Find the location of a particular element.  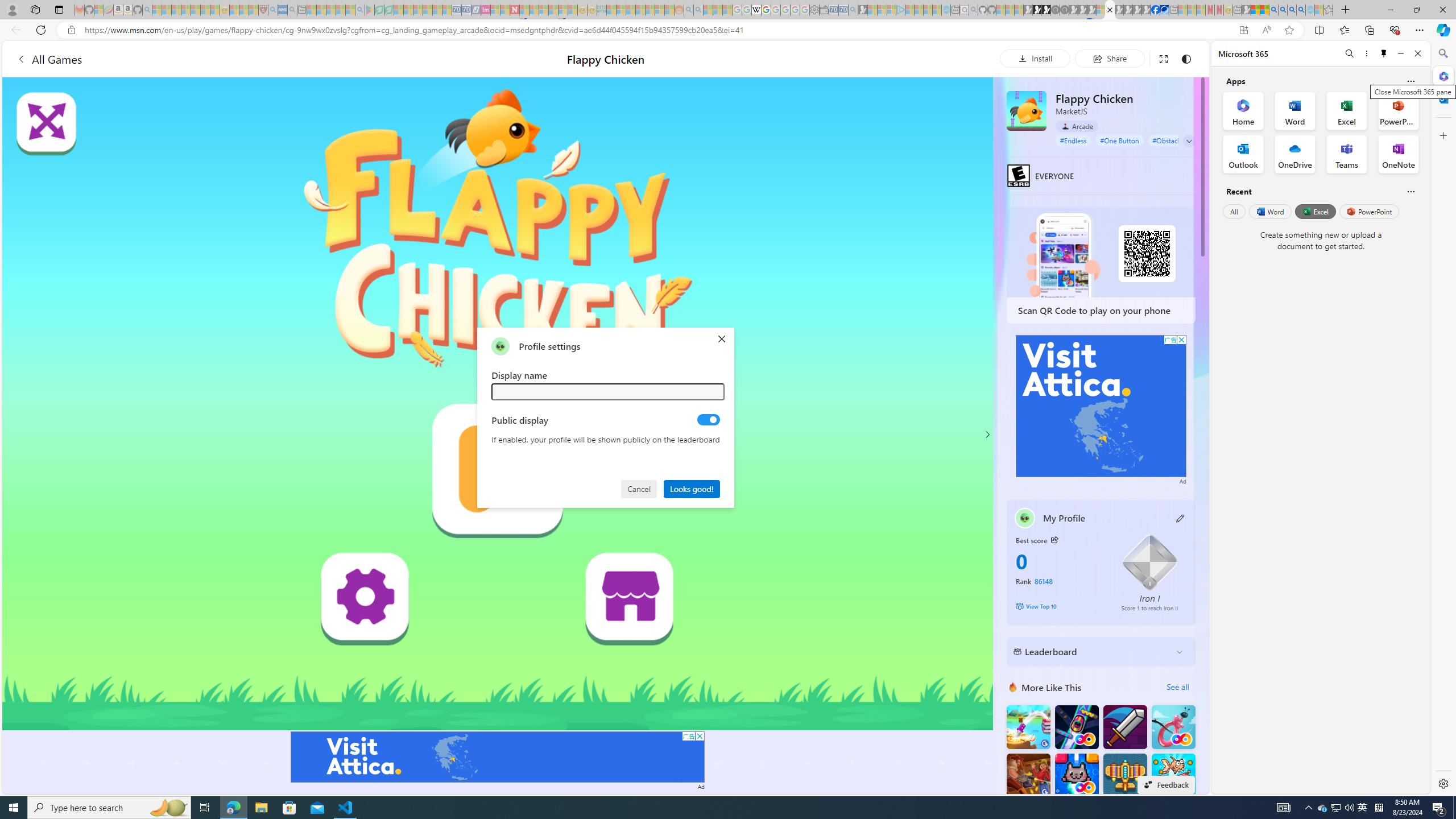

'Excel Office App' is located at coordinates (1347, 111).